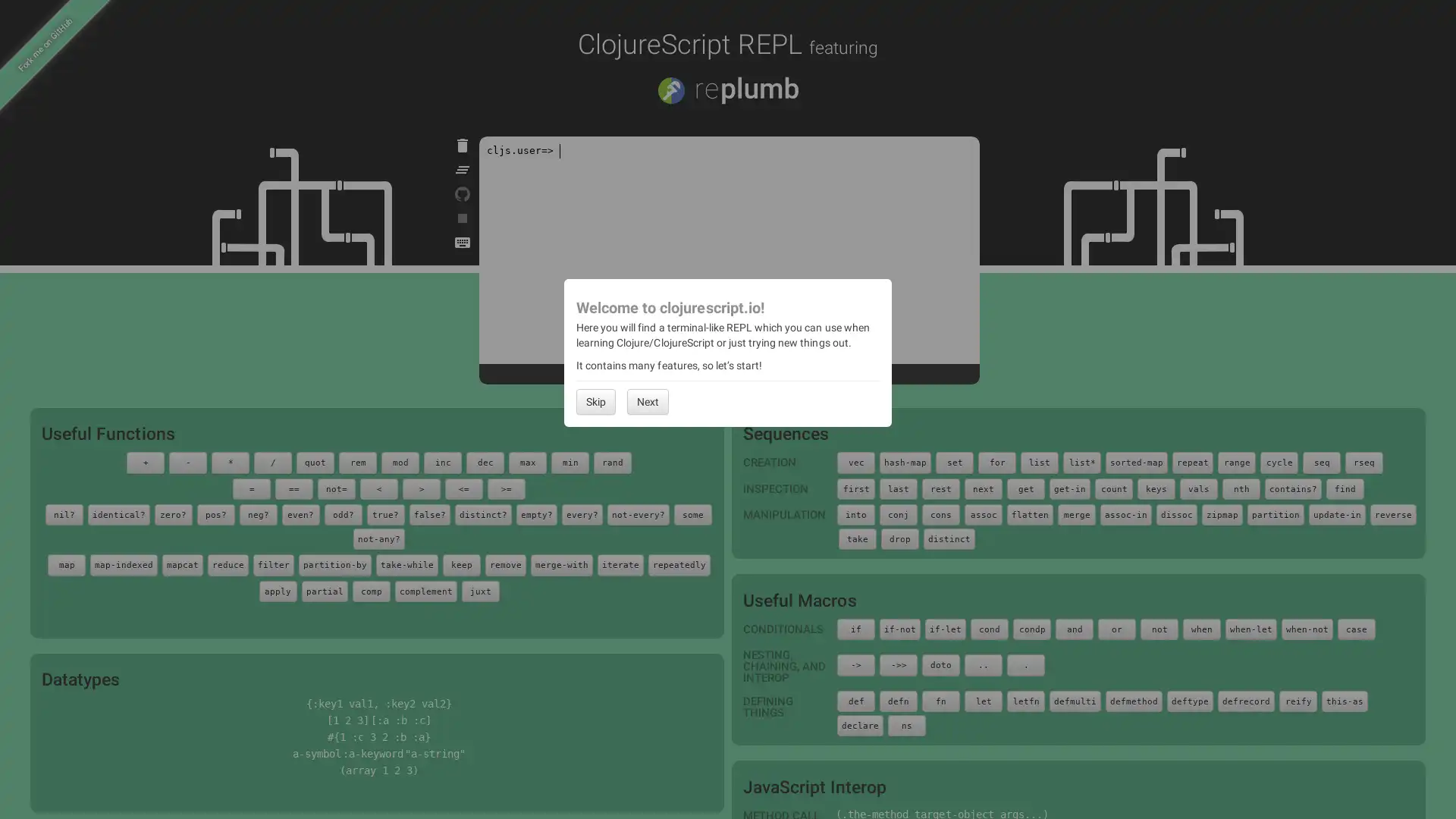 This screenshot has height=819, width=1456. Describe the element at coordinates (858, 538) in the screenshot. I see `take` at that location.